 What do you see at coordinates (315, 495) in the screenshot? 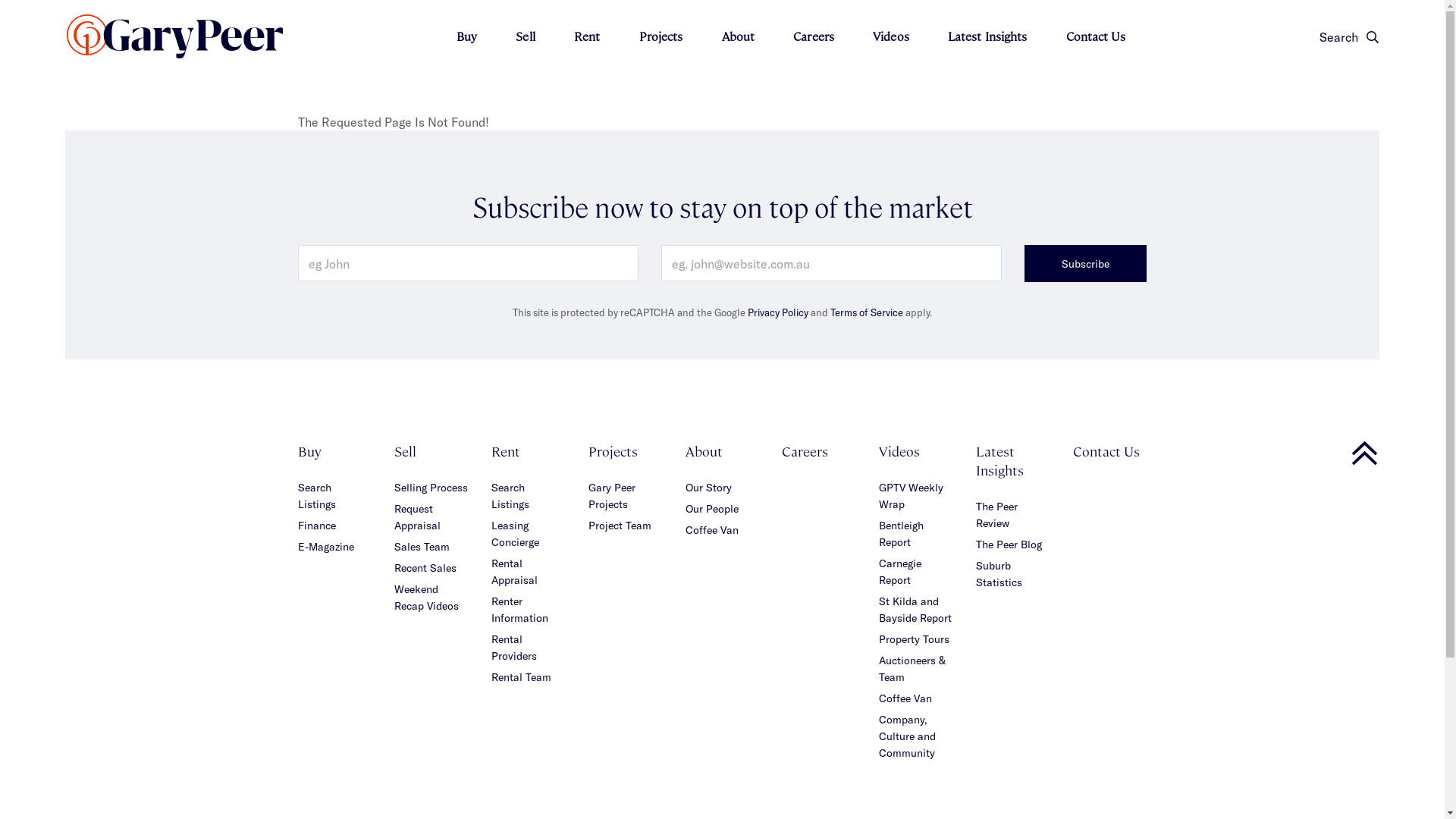
I see `'Search Listings'` at bounding box center [315, 495].